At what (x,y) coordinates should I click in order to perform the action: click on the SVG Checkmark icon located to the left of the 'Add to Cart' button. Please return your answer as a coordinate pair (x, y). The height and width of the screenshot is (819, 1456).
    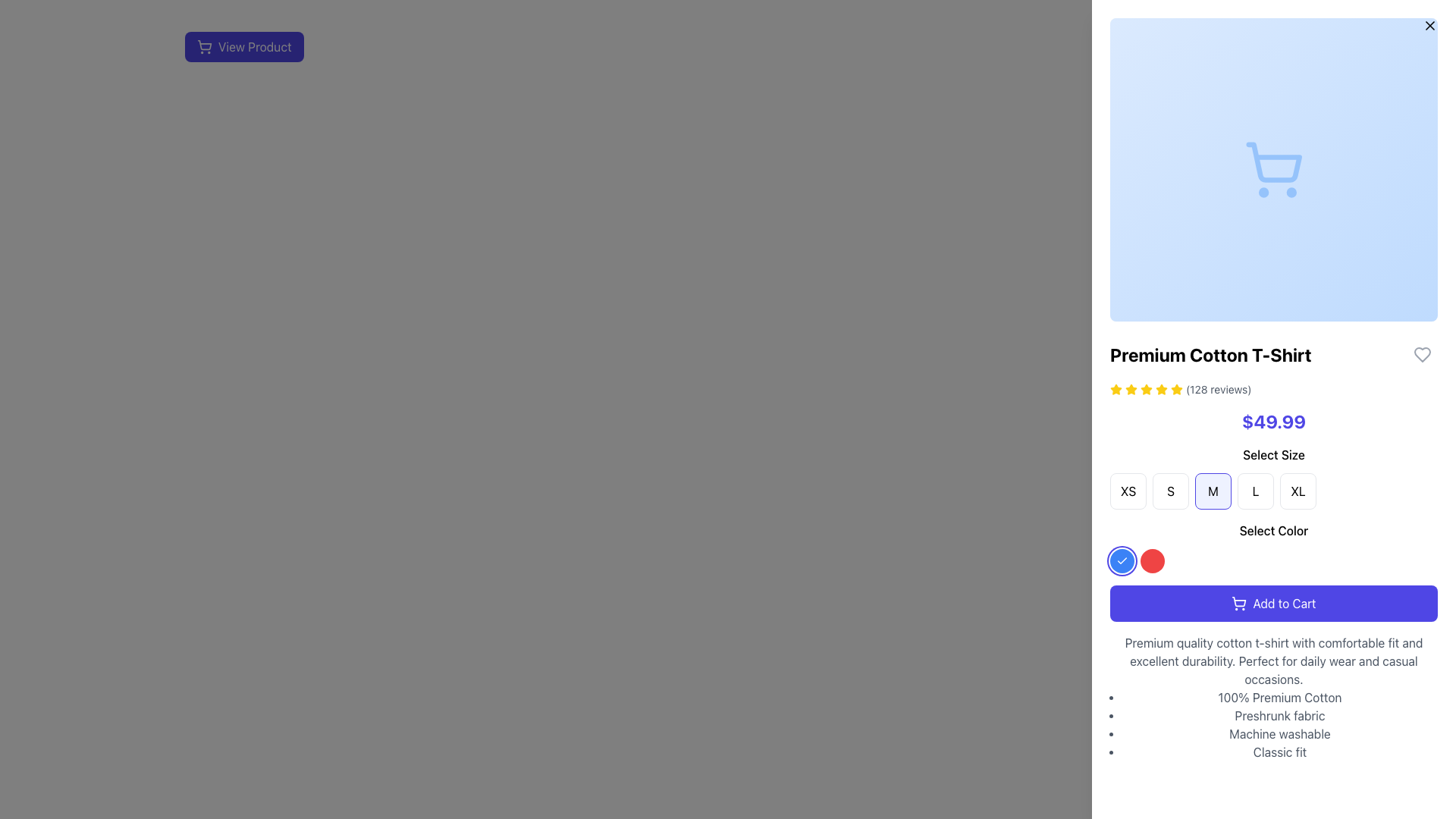
    Looking at the image, I should click on (1122, 561).